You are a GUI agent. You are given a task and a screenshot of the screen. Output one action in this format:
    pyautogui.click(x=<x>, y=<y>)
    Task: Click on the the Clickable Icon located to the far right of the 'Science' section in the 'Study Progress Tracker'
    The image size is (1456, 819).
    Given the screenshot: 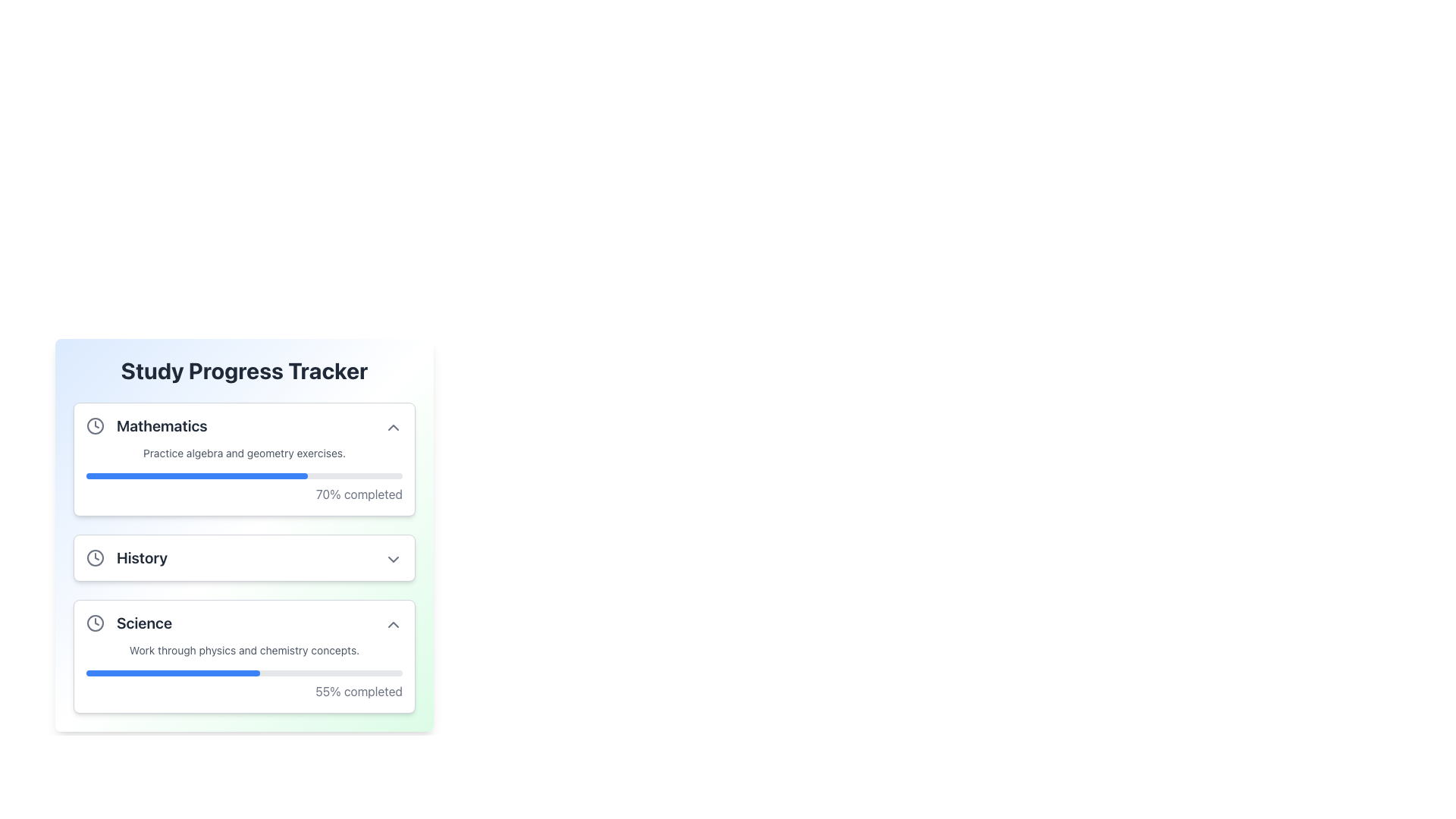 What is the action you would take?
    pyautogui.click(x=393, y=625)
    